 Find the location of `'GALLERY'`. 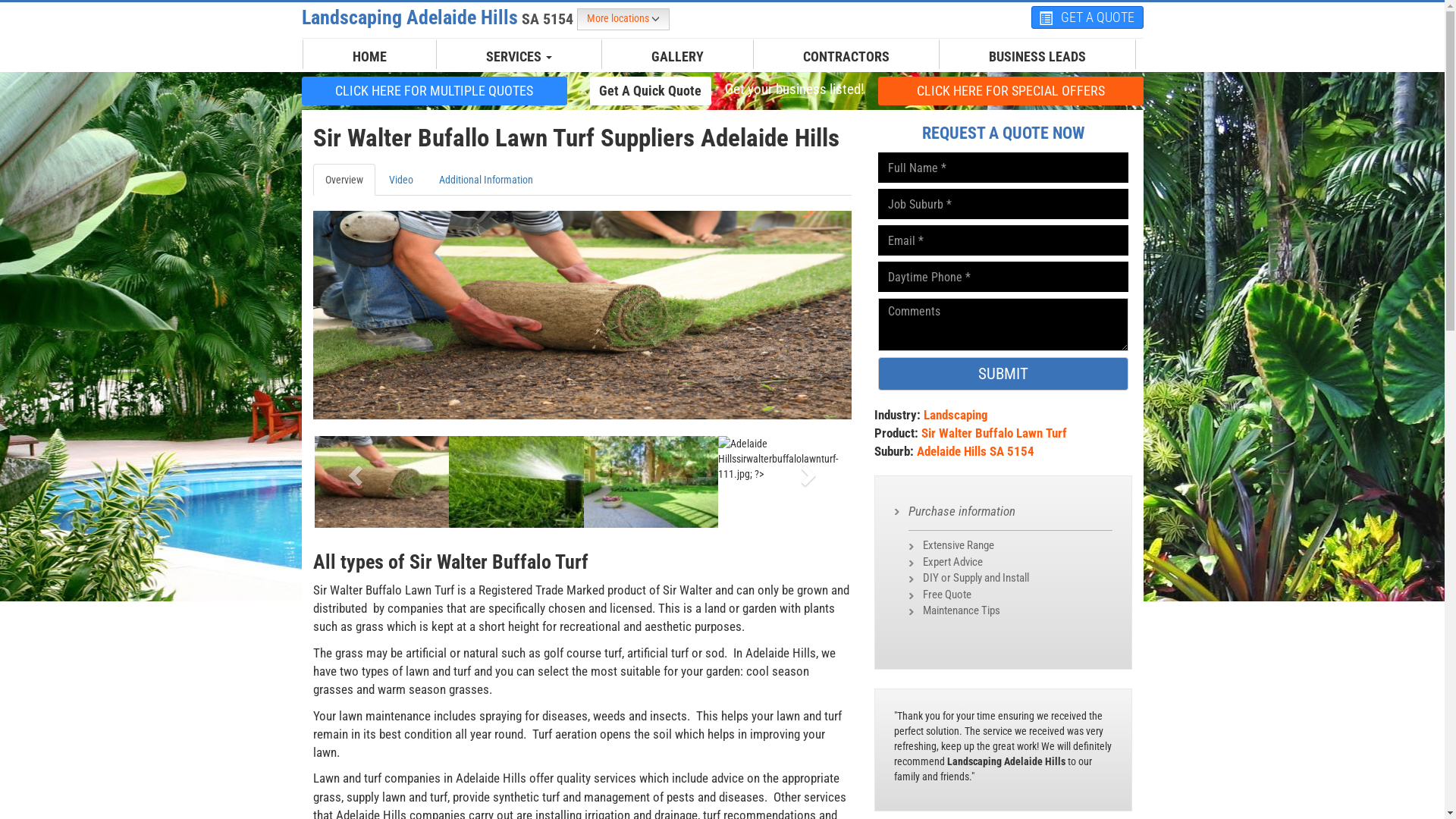

'GALLERY' is located at coordinates (676, 55).